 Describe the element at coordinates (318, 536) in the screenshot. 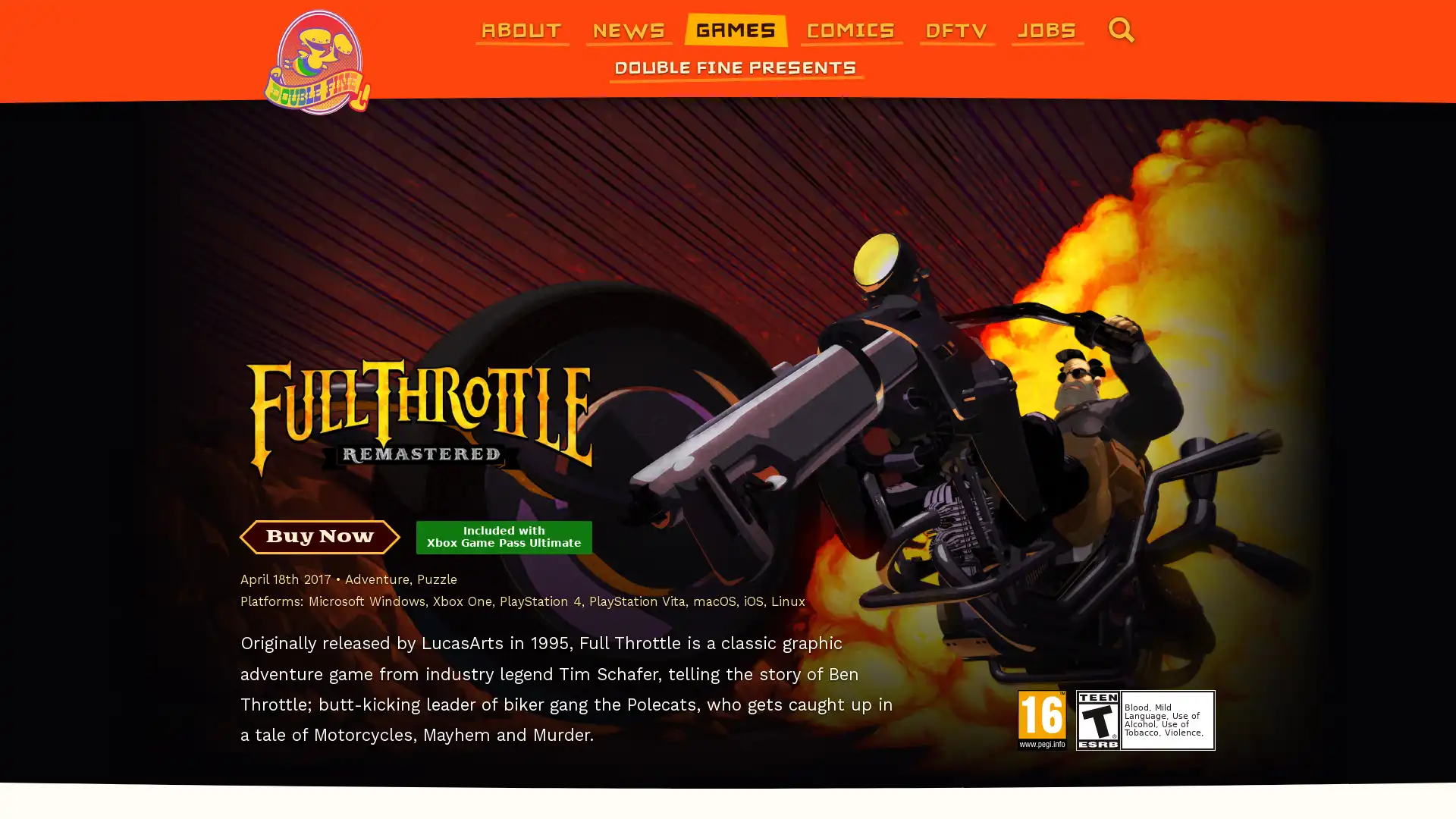

I see `Buy Now` at that location.